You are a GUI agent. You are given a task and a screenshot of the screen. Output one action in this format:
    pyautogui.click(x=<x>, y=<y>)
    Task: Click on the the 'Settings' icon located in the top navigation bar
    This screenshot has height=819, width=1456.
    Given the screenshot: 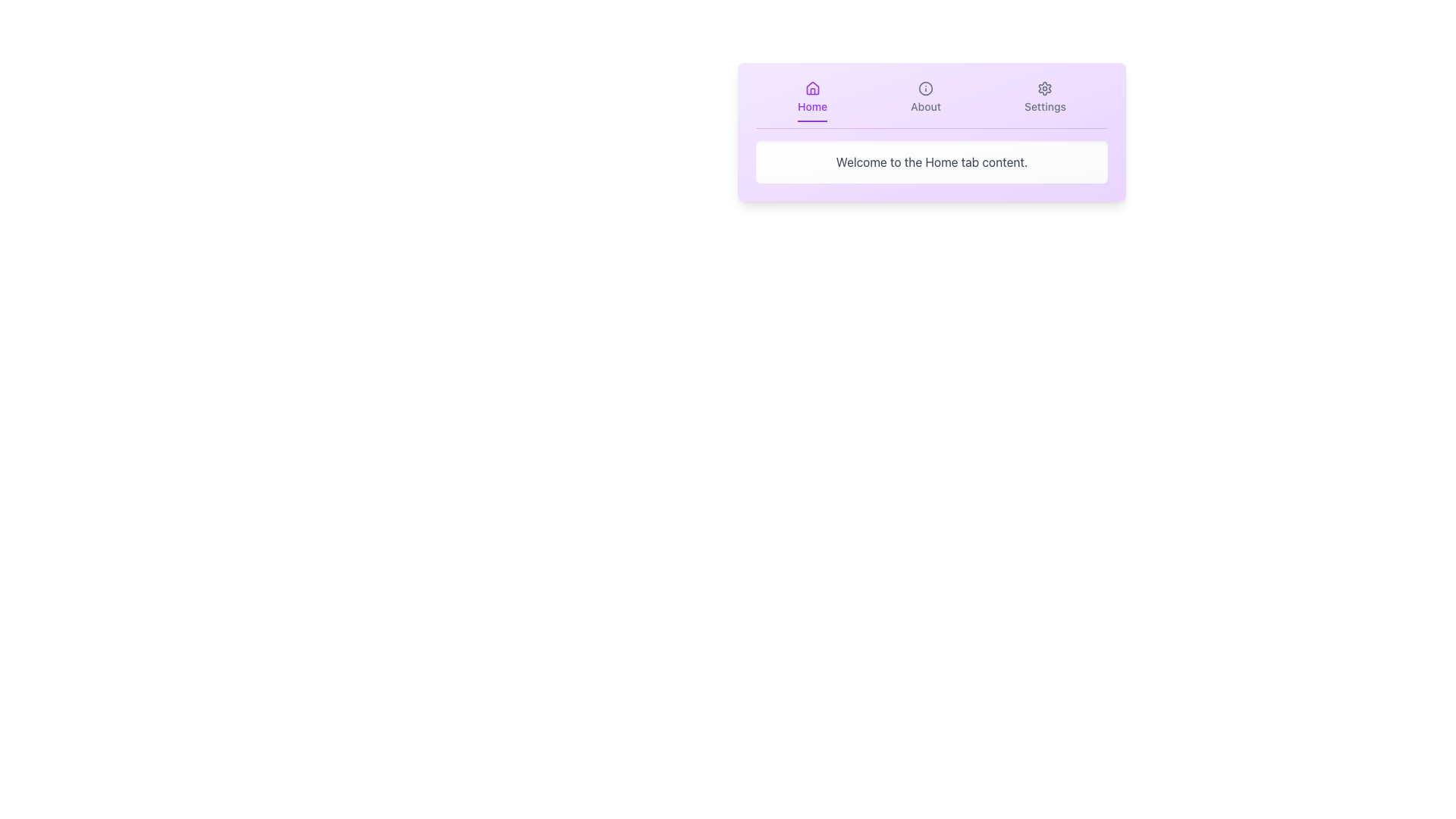 What is the action you would take?
    pyautogui.click(x=1044, y=88)
    